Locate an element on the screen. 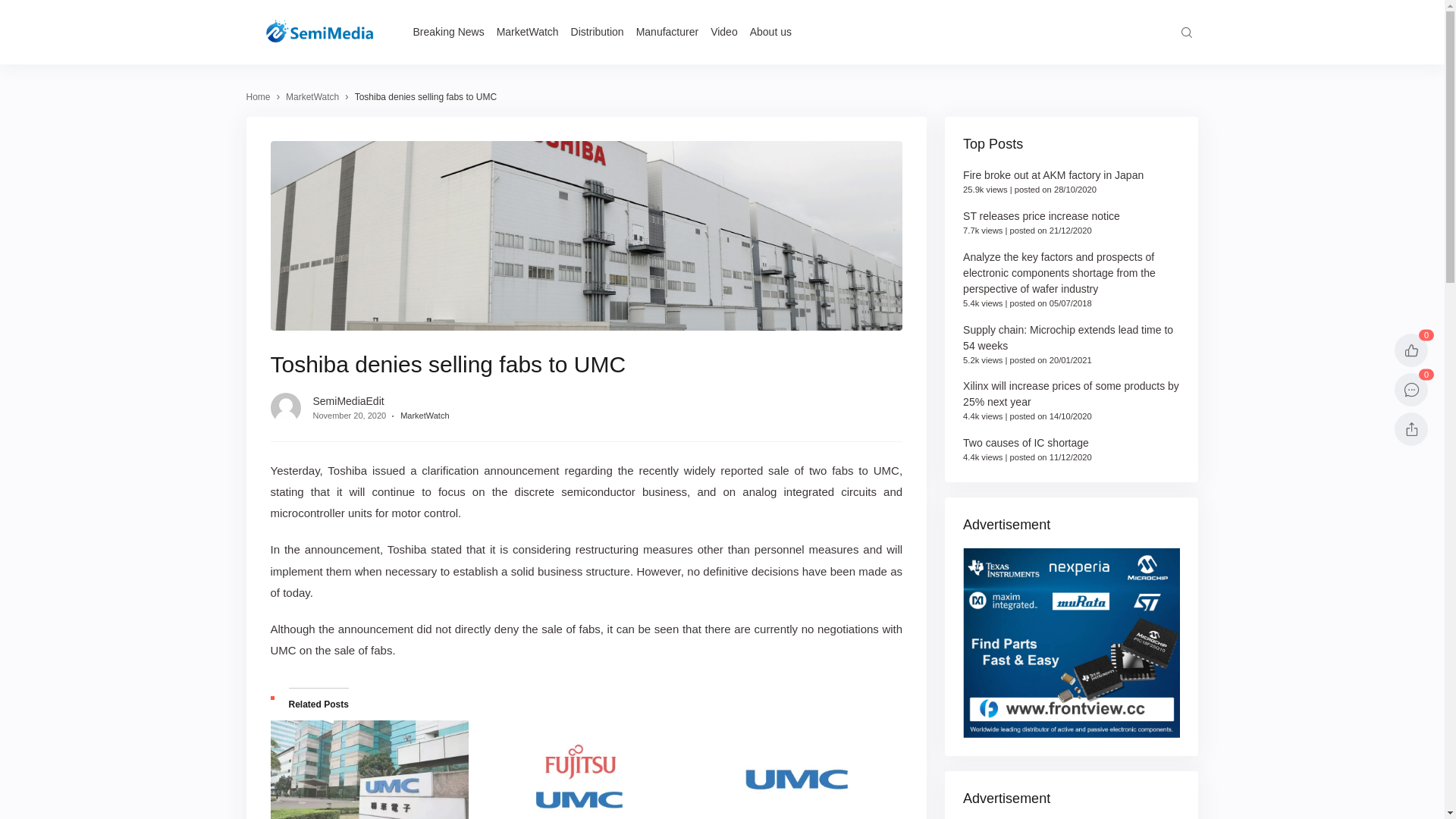  'Home' is located at coordinates (246, 96).